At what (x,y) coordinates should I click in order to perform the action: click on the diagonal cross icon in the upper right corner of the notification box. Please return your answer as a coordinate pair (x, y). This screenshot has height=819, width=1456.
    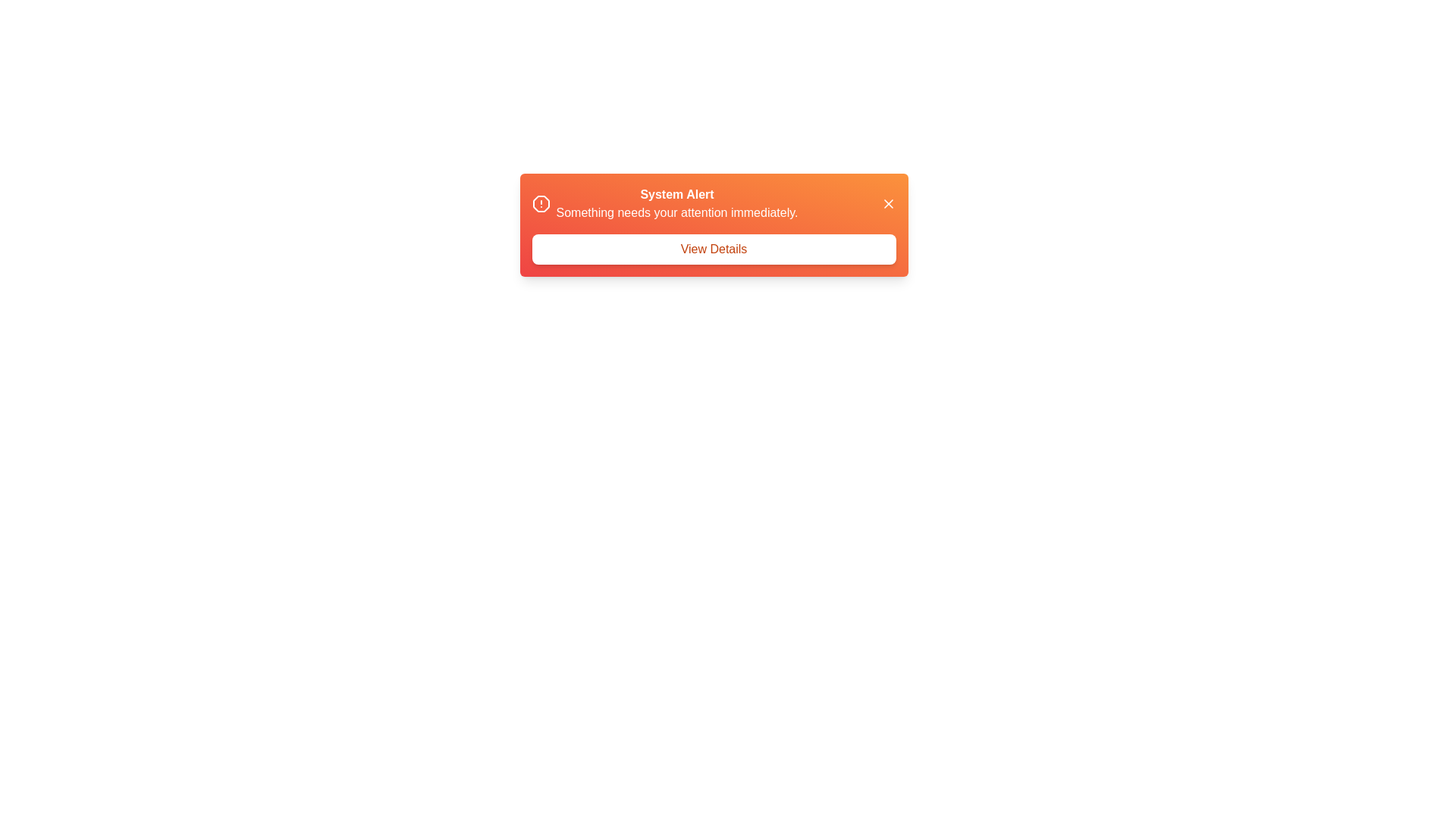
    Looking at the image, I should click on (888, 203).